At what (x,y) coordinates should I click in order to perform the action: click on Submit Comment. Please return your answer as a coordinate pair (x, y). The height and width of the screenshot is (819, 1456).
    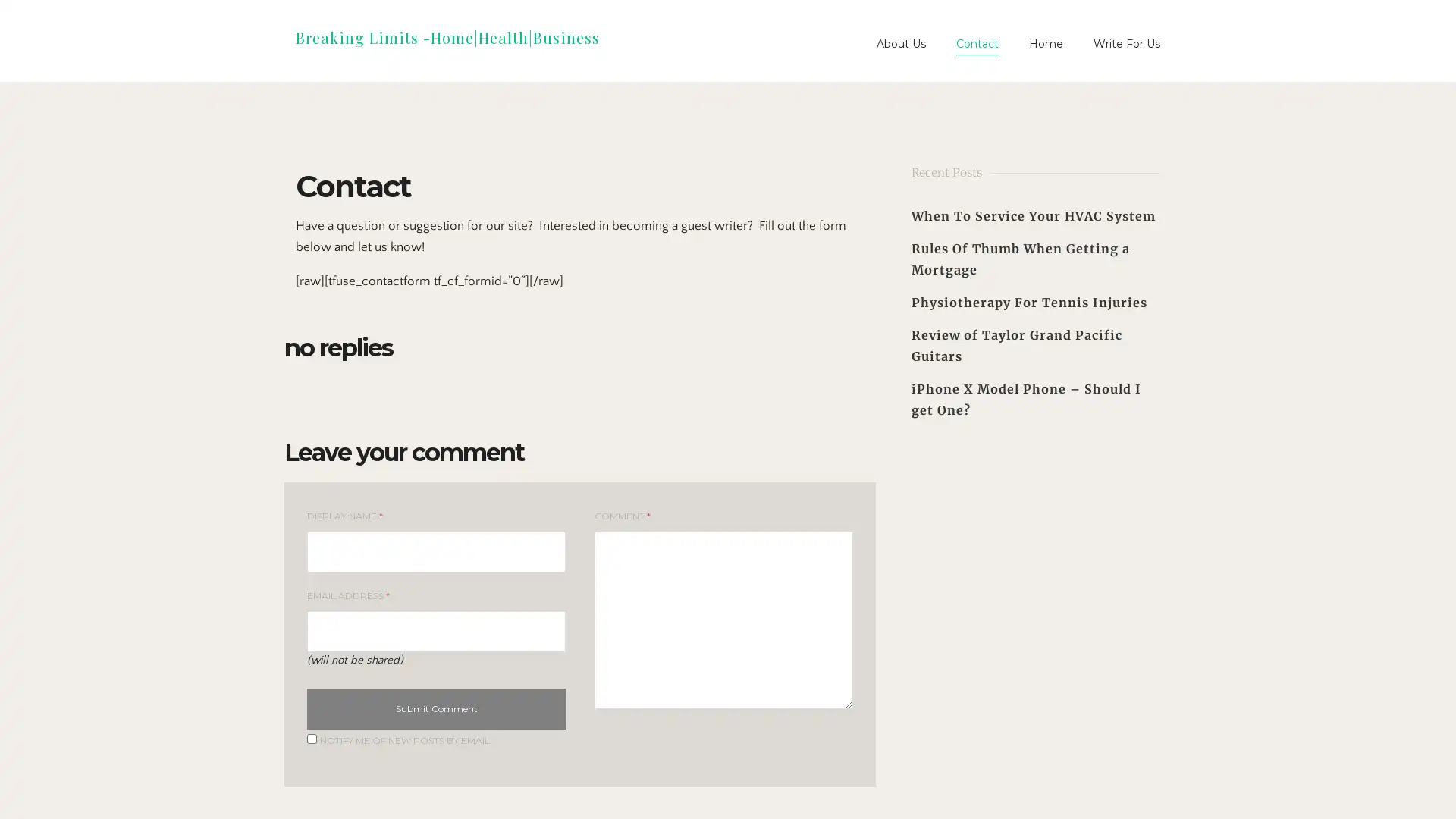
    Looking at the image, I should click on (435, 708).